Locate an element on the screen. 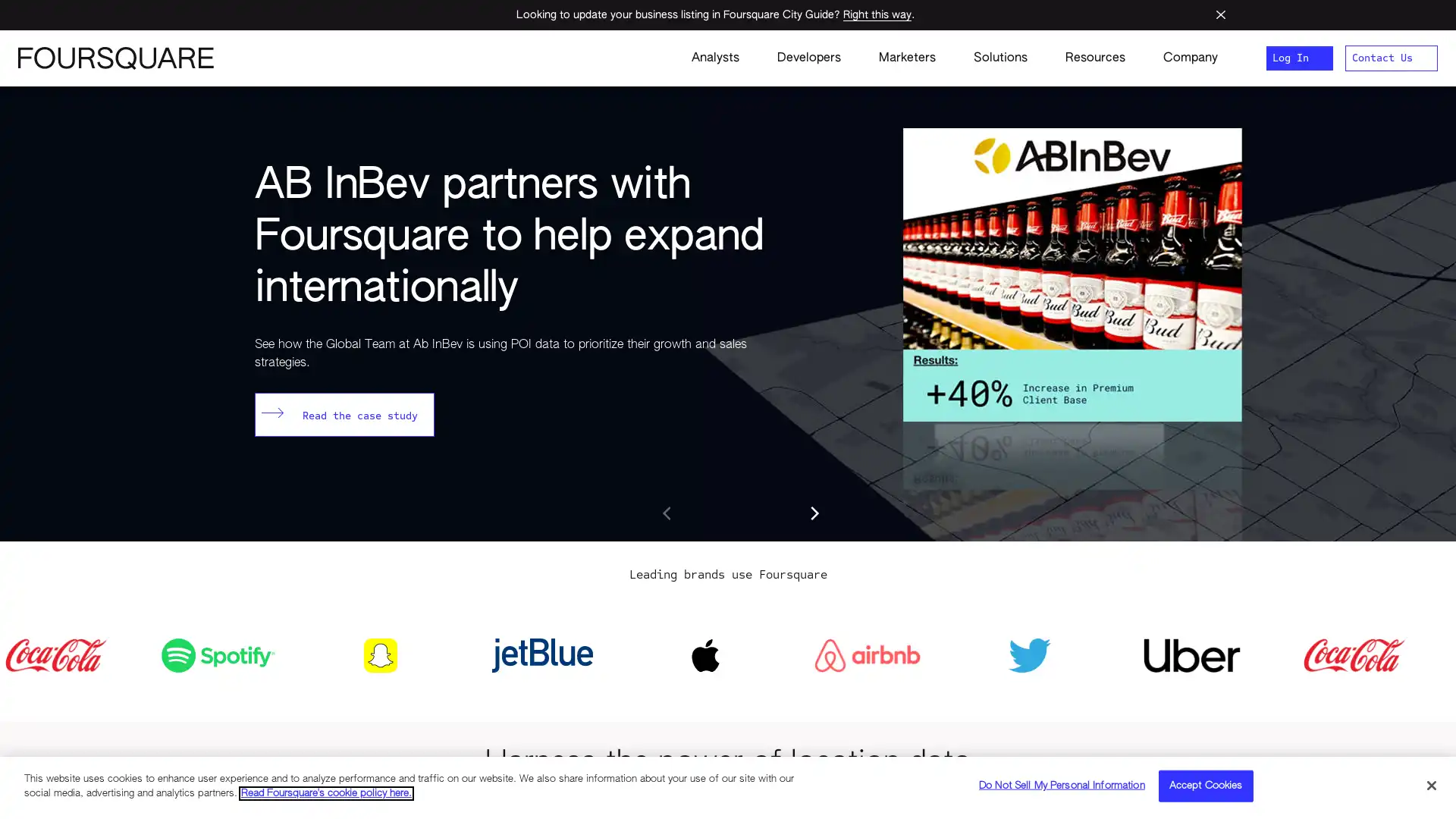  Do Not Sell My Personal Information is located at coordinates (1061, 785).